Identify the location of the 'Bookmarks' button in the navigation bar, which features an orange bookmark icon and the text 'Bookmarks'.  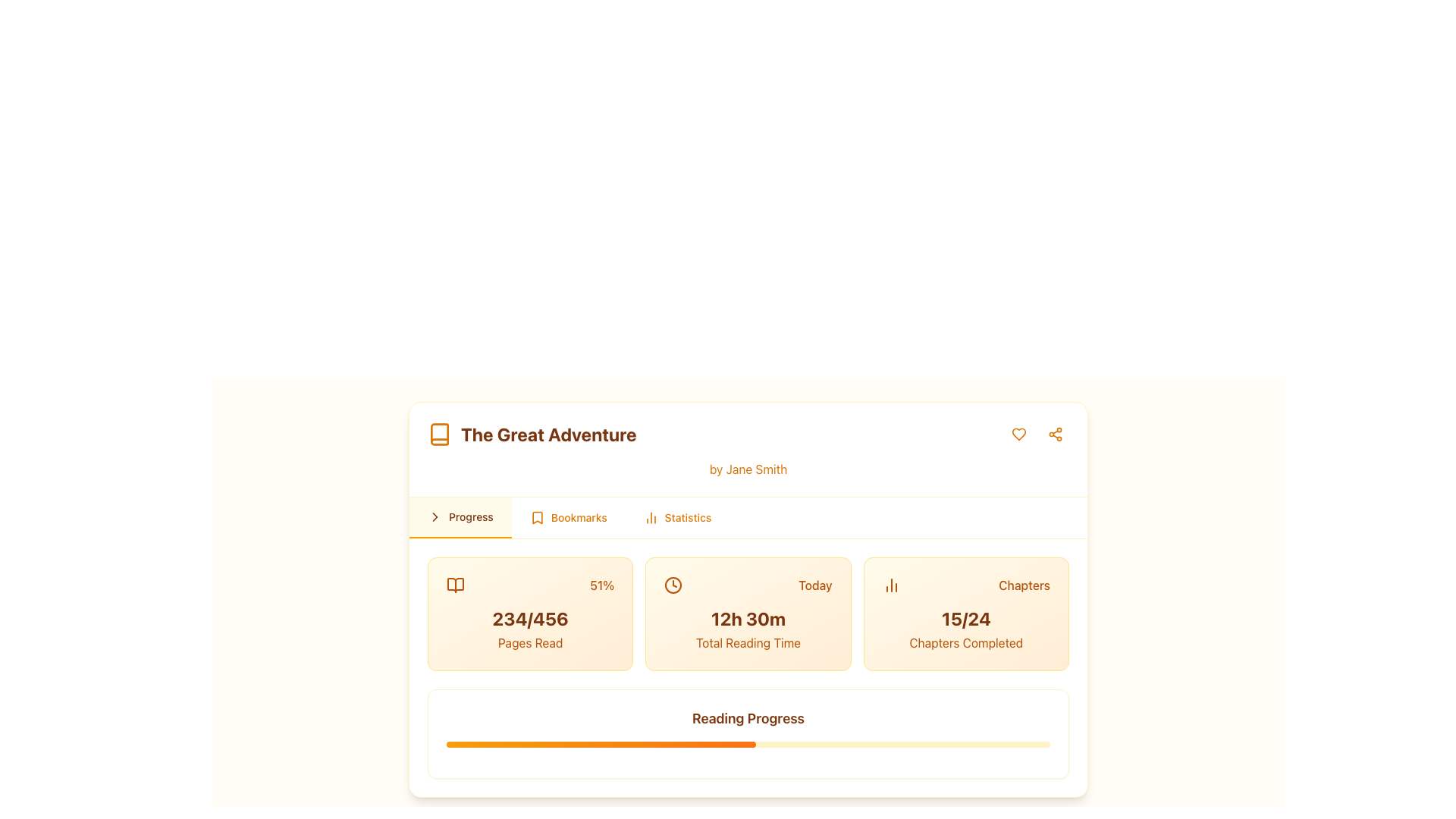
(567, 516).